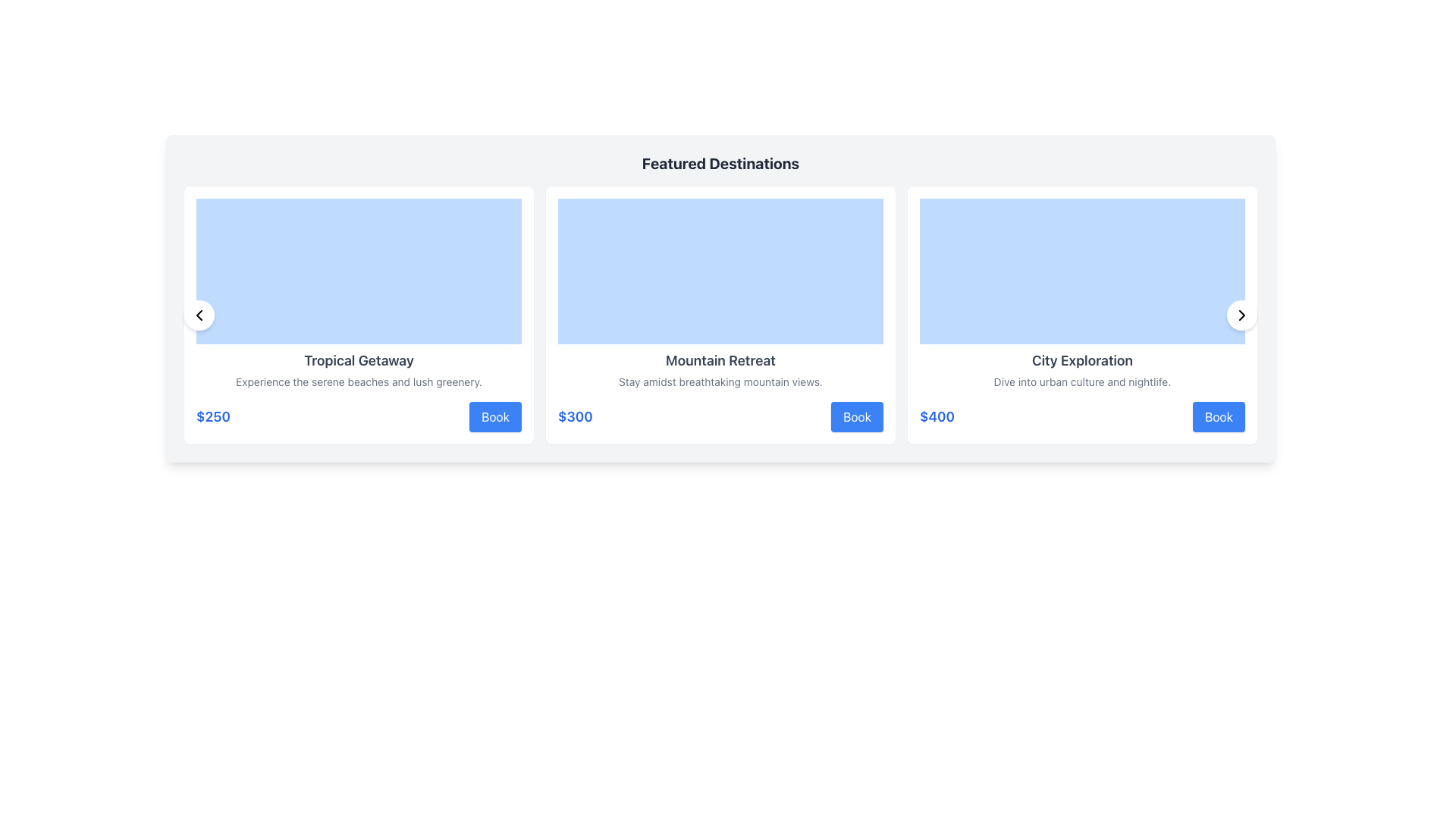 This screenshot has height=819, width=1456. What do you see at coordinates (1081, 315) in the screenshot?
I see `the third card in the grid layout that presents information about the 'City Exploration' experience` at bounding box center [1081, 315].